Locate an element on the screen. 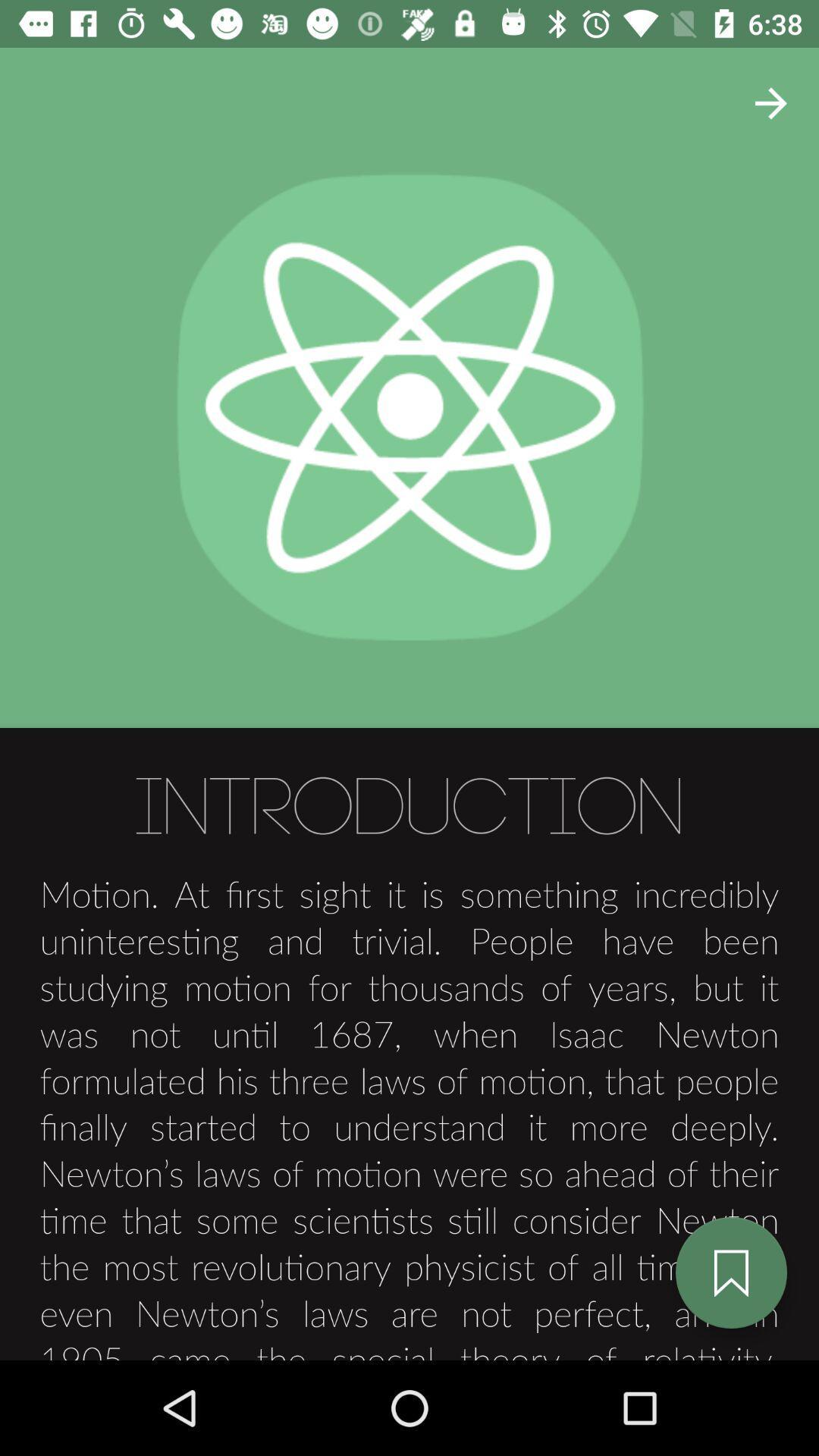 The width and height of the screenshot is (819, 1456). the bookmark icon is located at coordinates (730, 1272).